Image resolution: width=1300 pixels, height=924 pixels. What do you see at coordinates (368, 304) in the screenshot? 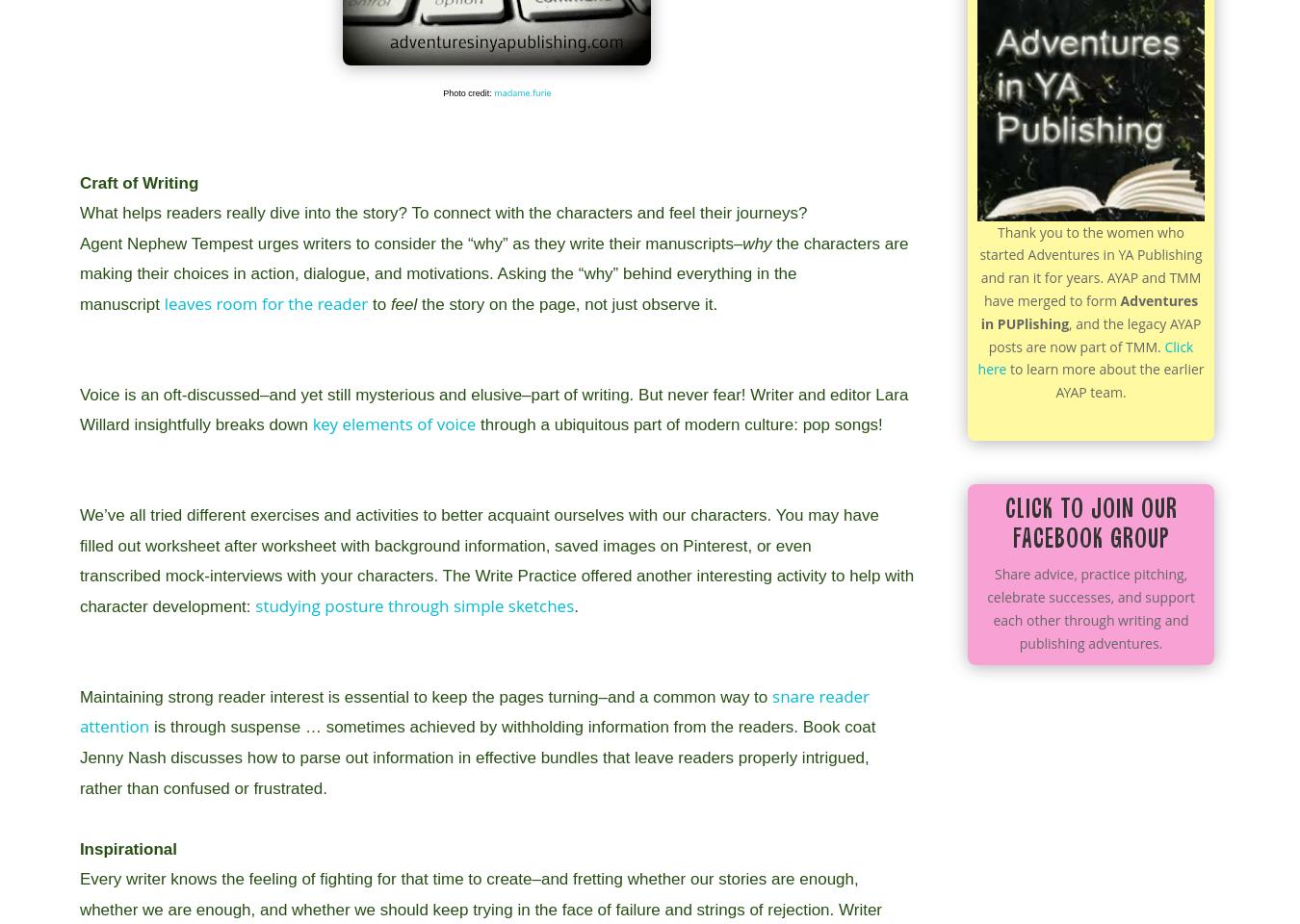
I see `'to'` at bounding box center [368, 304].